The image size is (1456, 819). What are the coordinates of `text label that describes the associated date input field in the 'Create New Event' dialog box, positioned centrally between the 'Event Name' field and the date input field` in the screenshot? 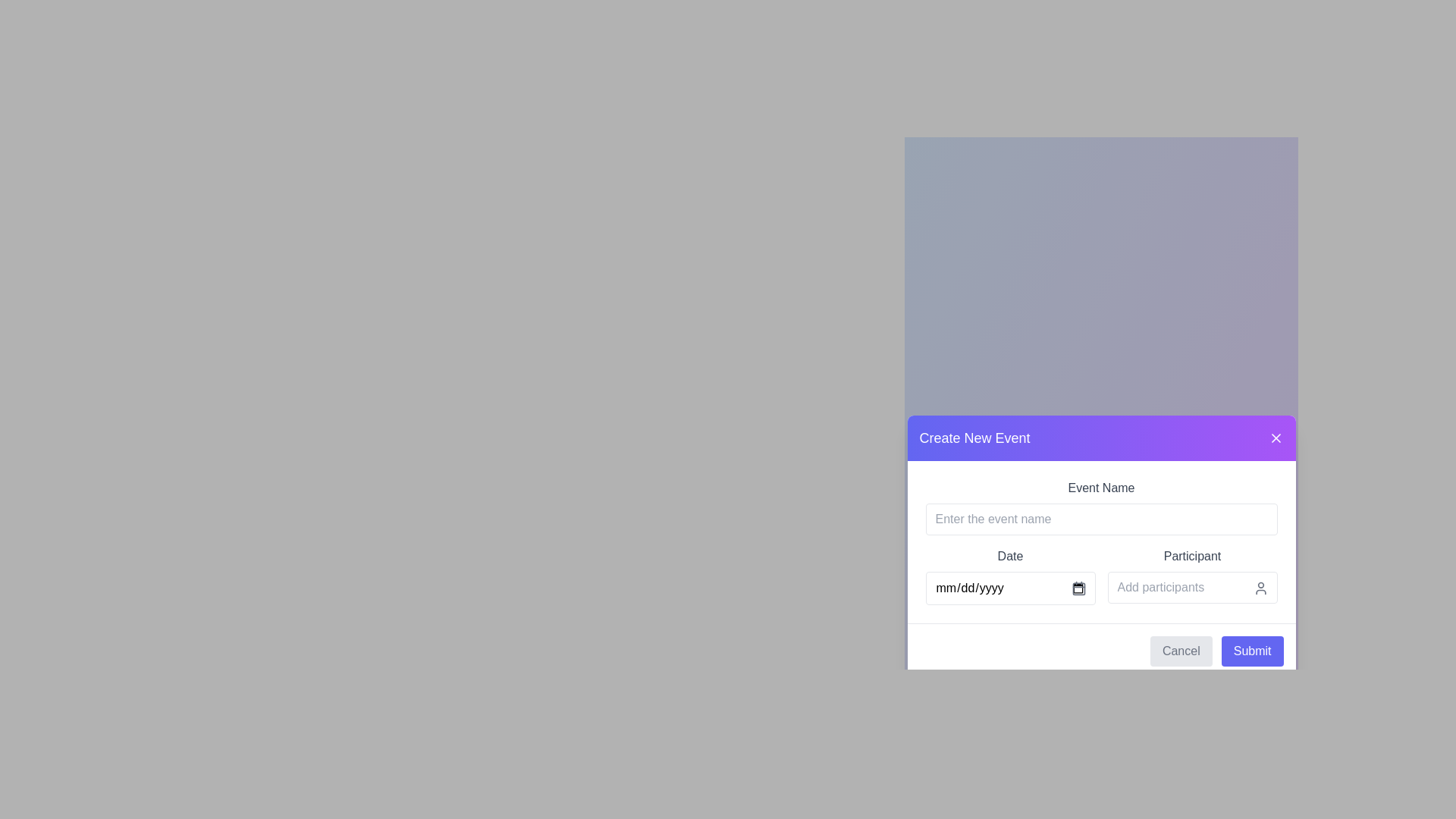 It's located at (1010, 556).